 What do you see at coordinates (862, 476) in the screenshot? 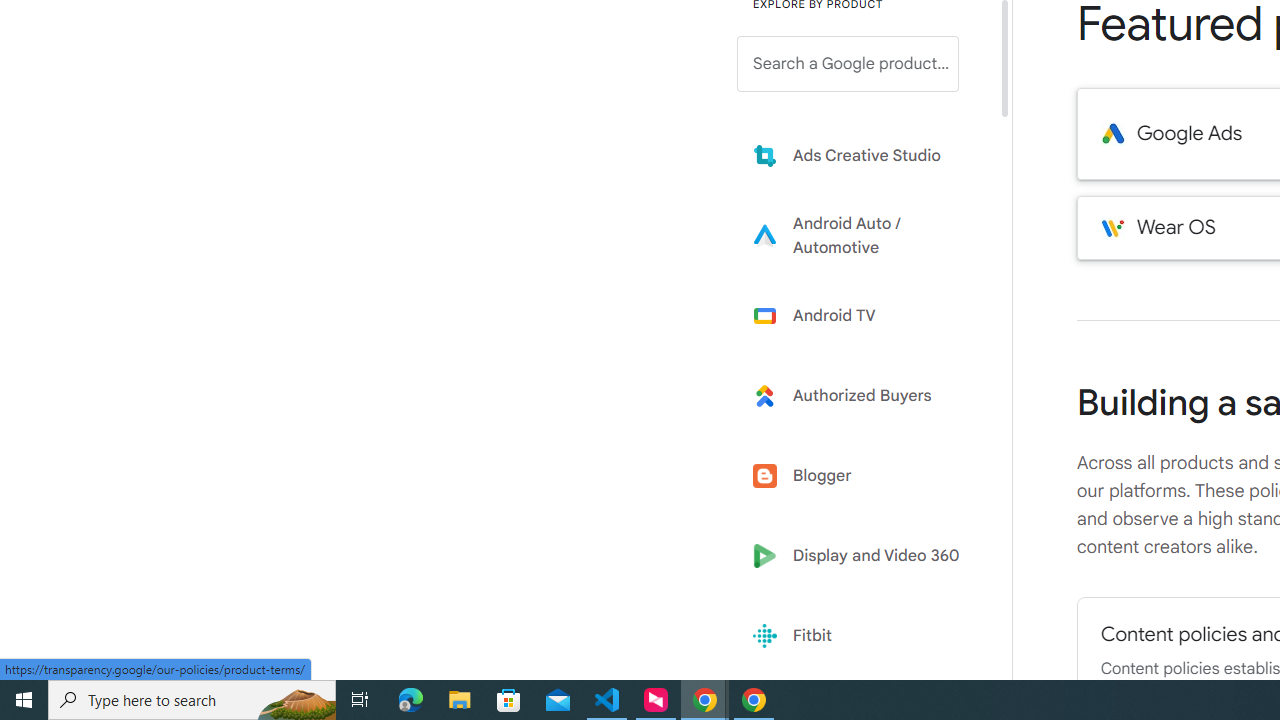
I see `'Blogger'` at bounding box center [862, 476].